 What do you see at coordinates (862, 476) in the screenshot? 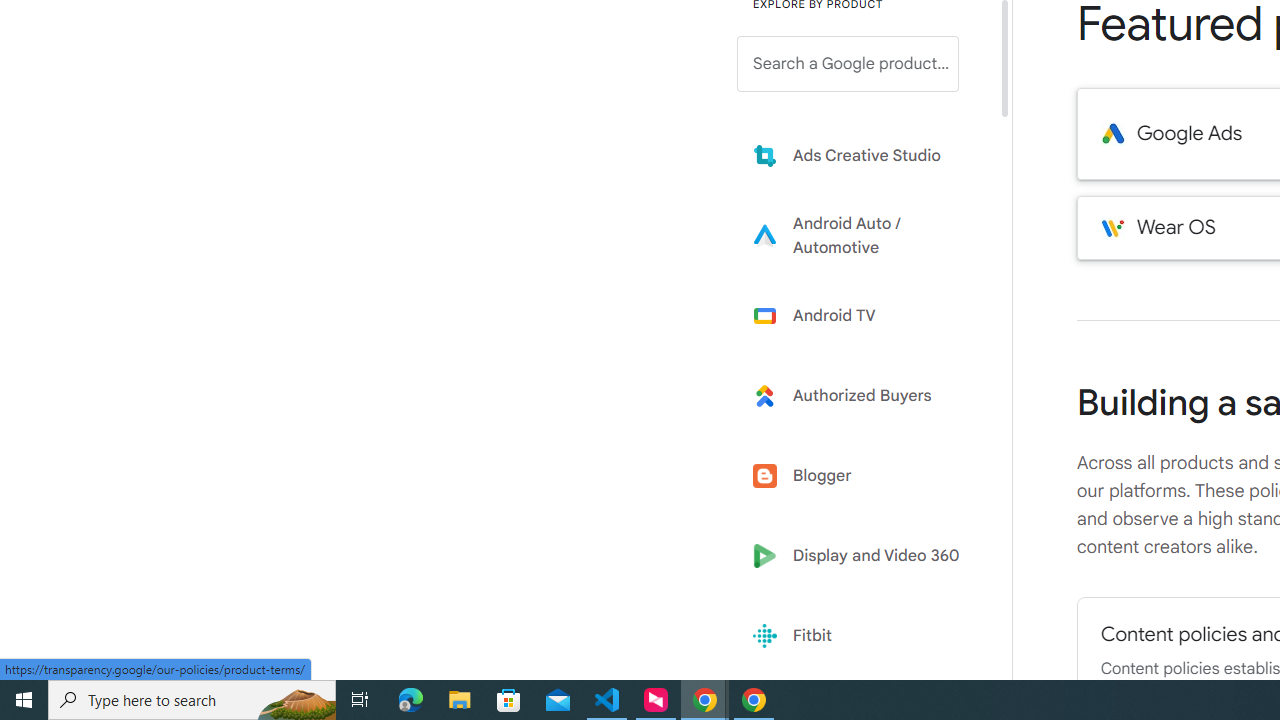
I see `'Blogger'` at bounding box center [862, 476].